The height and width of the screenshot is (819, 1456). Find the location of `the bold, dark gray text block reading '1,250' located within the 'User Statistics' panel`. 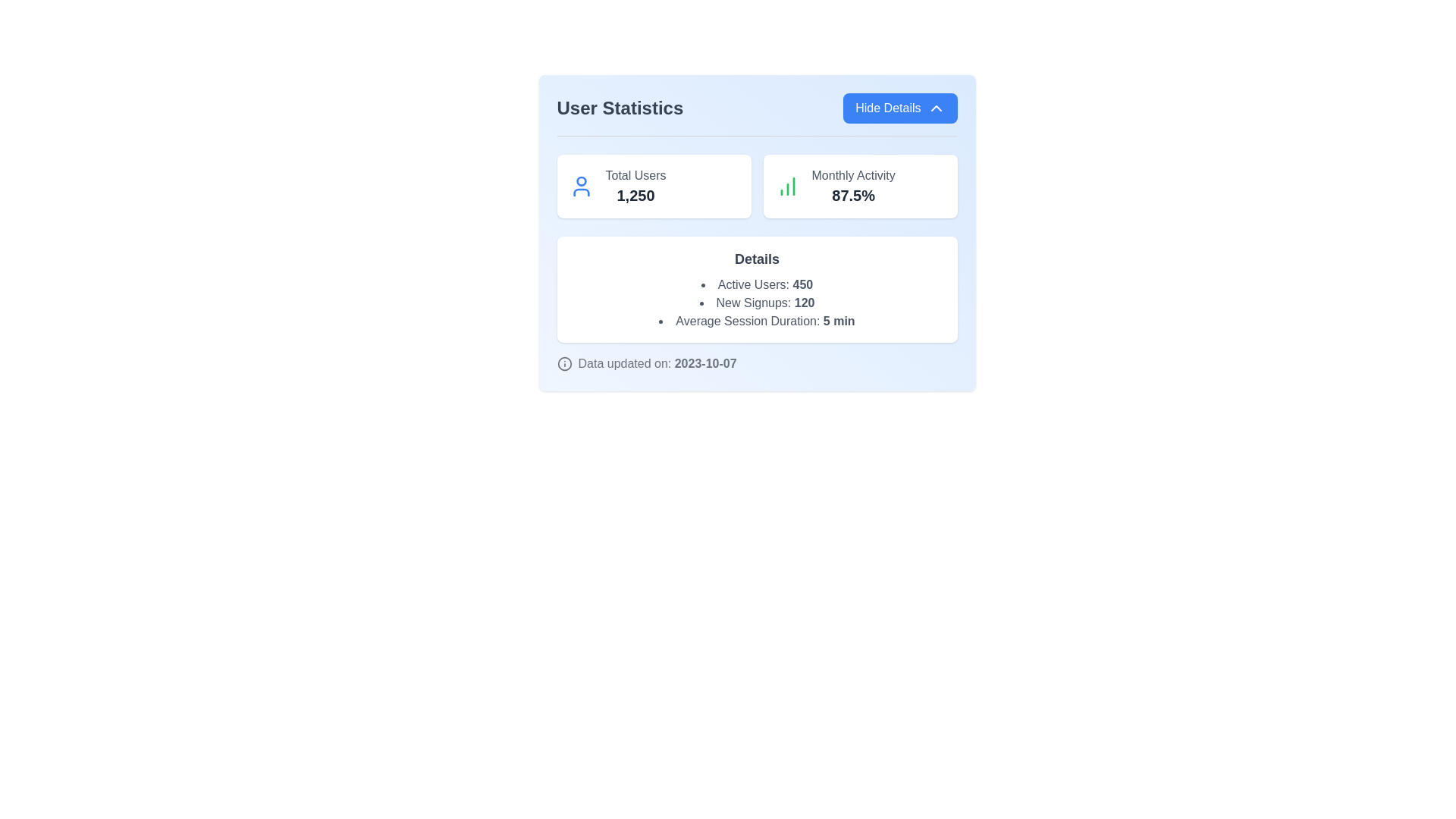

the bold, dark gray text block reading '1,250' located within the 'User Statistics' panel is located at coordinates (635, 195).